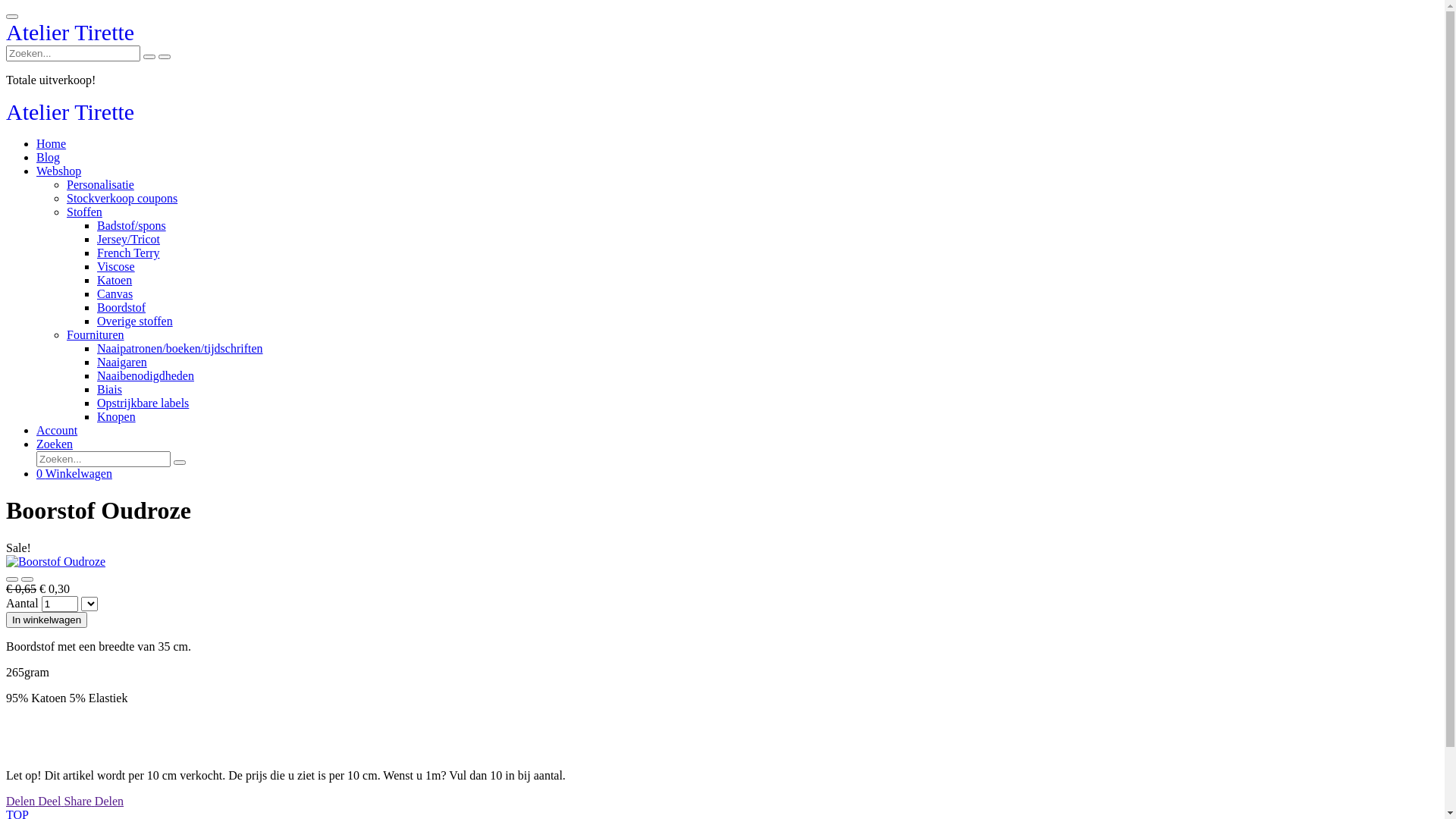  I want to click on 'Stoffen', so click(65, 212).